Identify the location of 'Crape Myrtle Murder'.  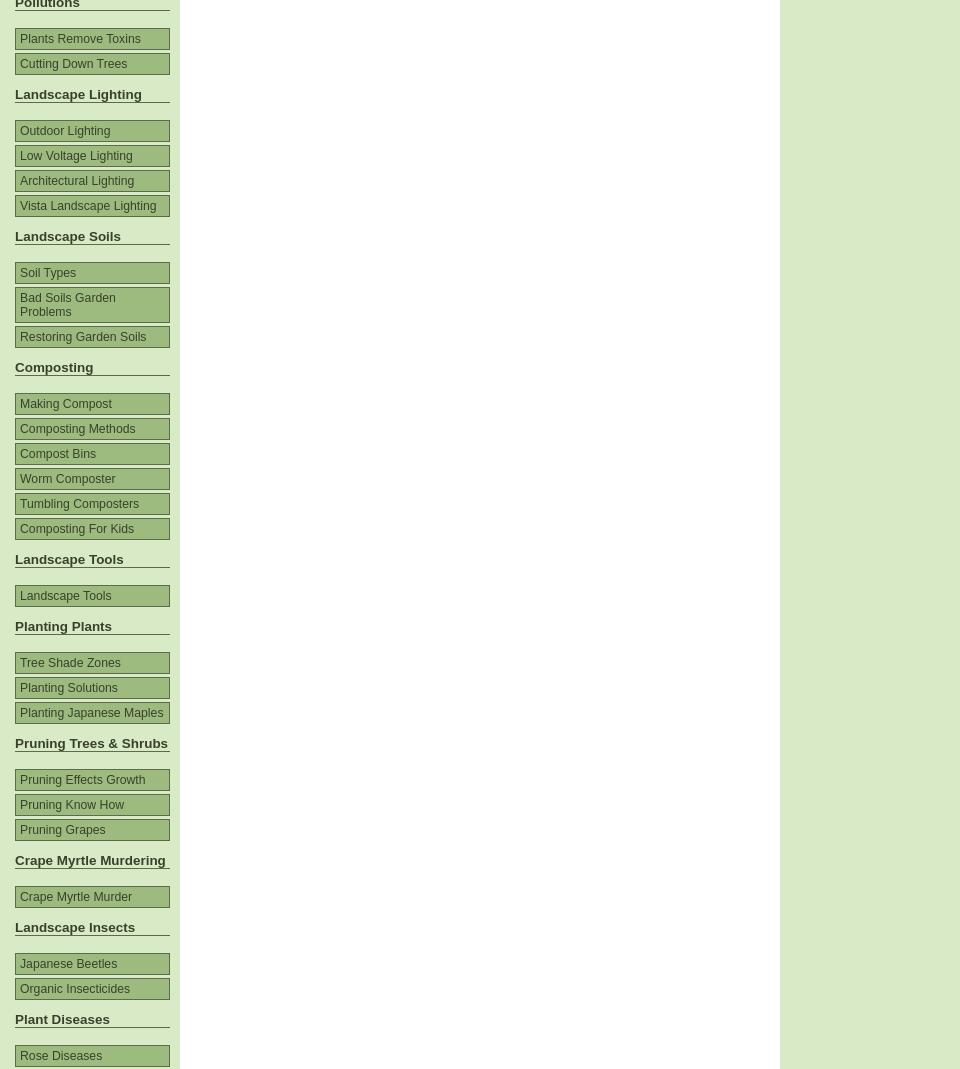
(76, 895).